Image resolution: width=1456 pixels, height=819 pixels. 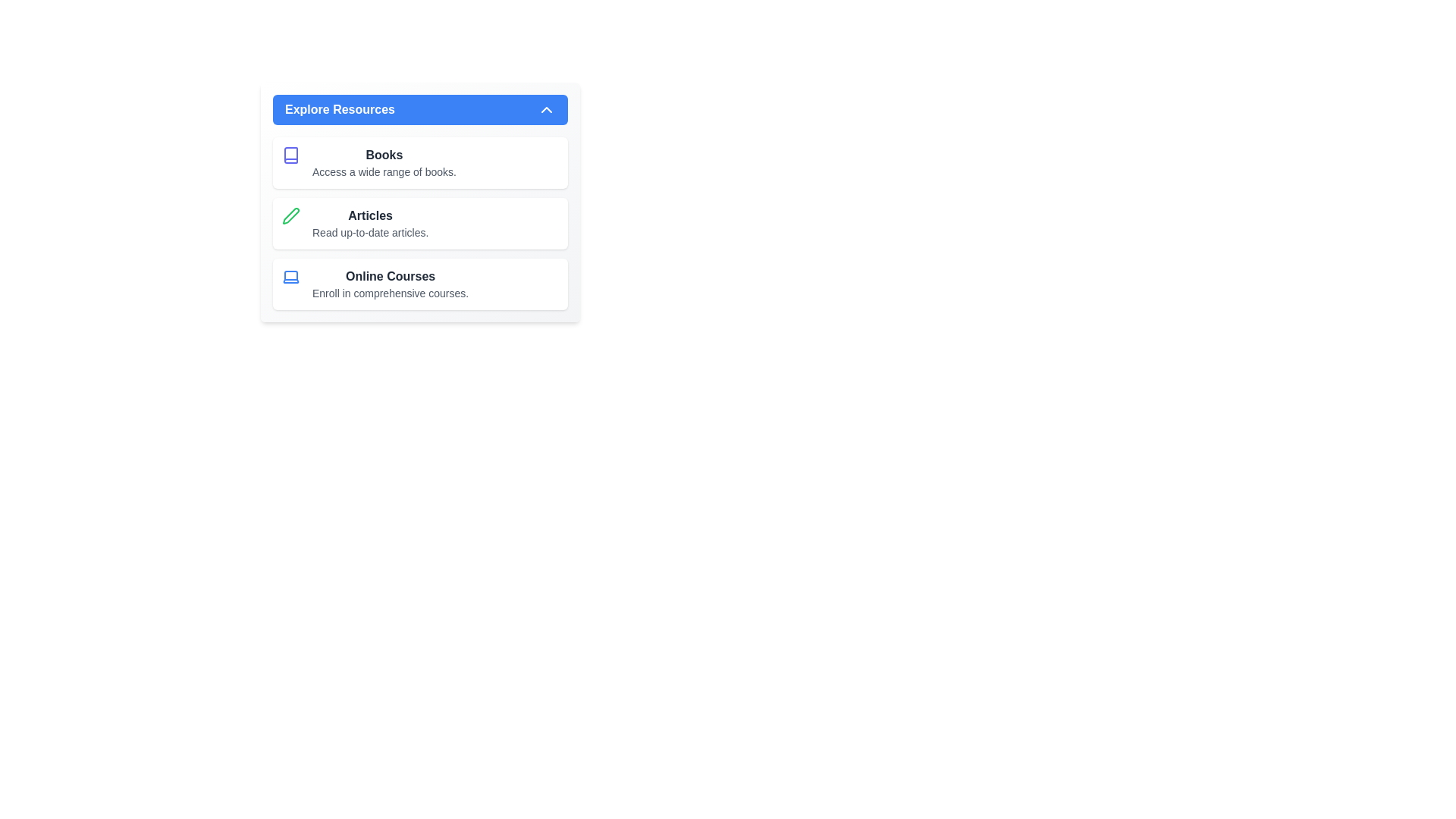 What do you see at coordinates (546, 109) in the screenshot?
I see `the upward-pointing chevron icon button located at the top-right corner of the 'Explore Resources' bar` at bounding box center [546, 109].